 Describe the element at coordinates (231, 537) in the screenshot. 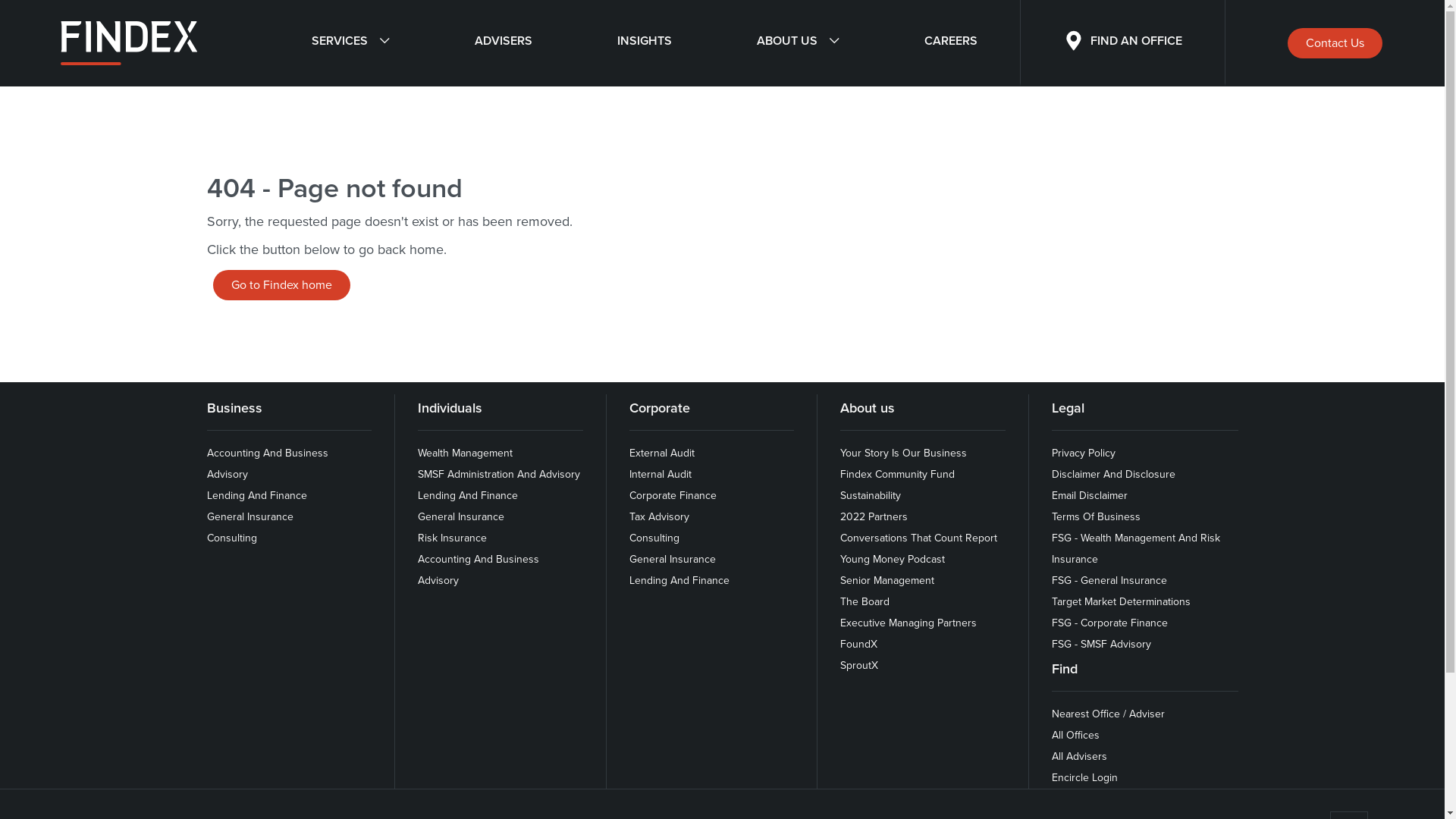

I see `'Consulting'` at that location.